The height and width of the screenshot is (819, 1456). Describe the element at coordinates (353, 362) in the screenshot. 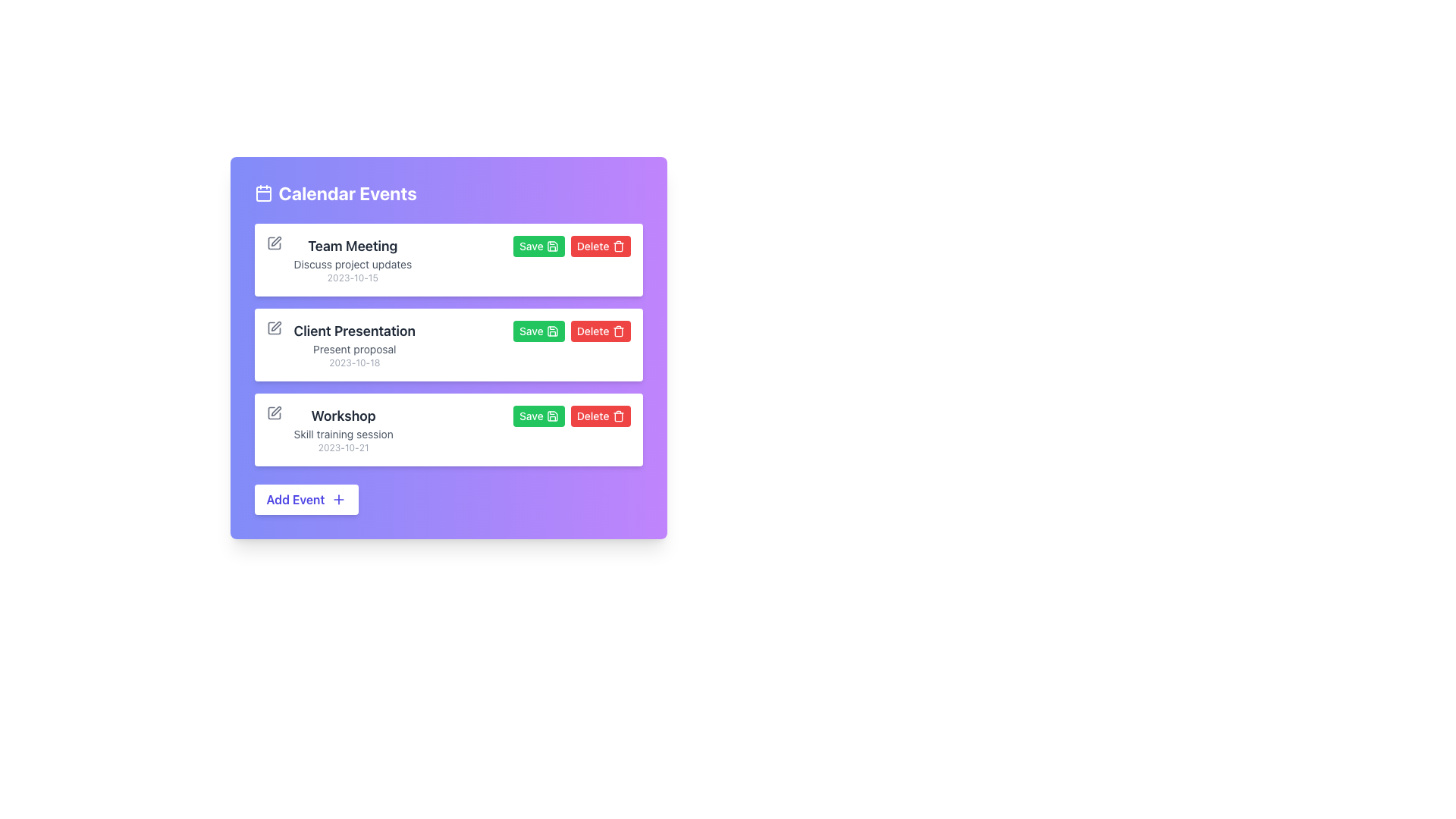

I see `the text label displaying the date of the event for 'Client Presentation', which is positioned below the event's description 'Present proposal'` at that location.